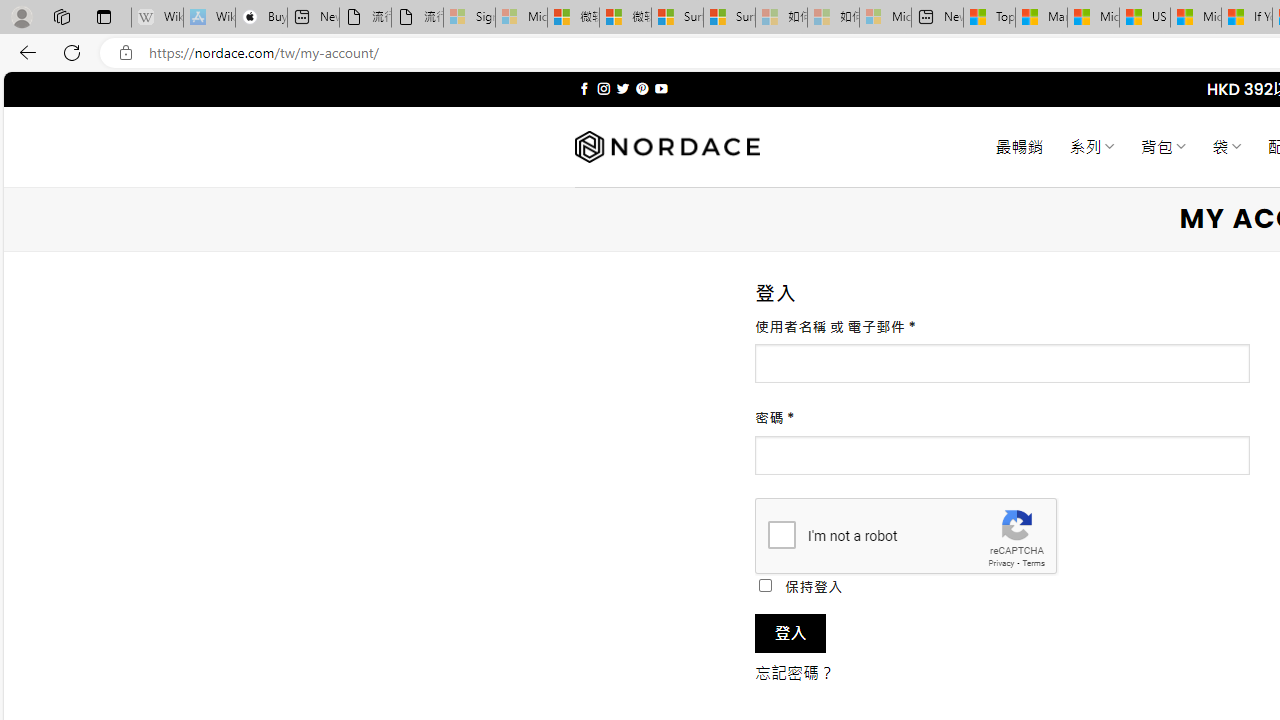 The image size is (1280, 720). What do you see at coordinates (1144, 17) in the screenshot?
I see `'US Heat Deaths Soared To Record High Last Year'` at bounding box center [1144, 17].